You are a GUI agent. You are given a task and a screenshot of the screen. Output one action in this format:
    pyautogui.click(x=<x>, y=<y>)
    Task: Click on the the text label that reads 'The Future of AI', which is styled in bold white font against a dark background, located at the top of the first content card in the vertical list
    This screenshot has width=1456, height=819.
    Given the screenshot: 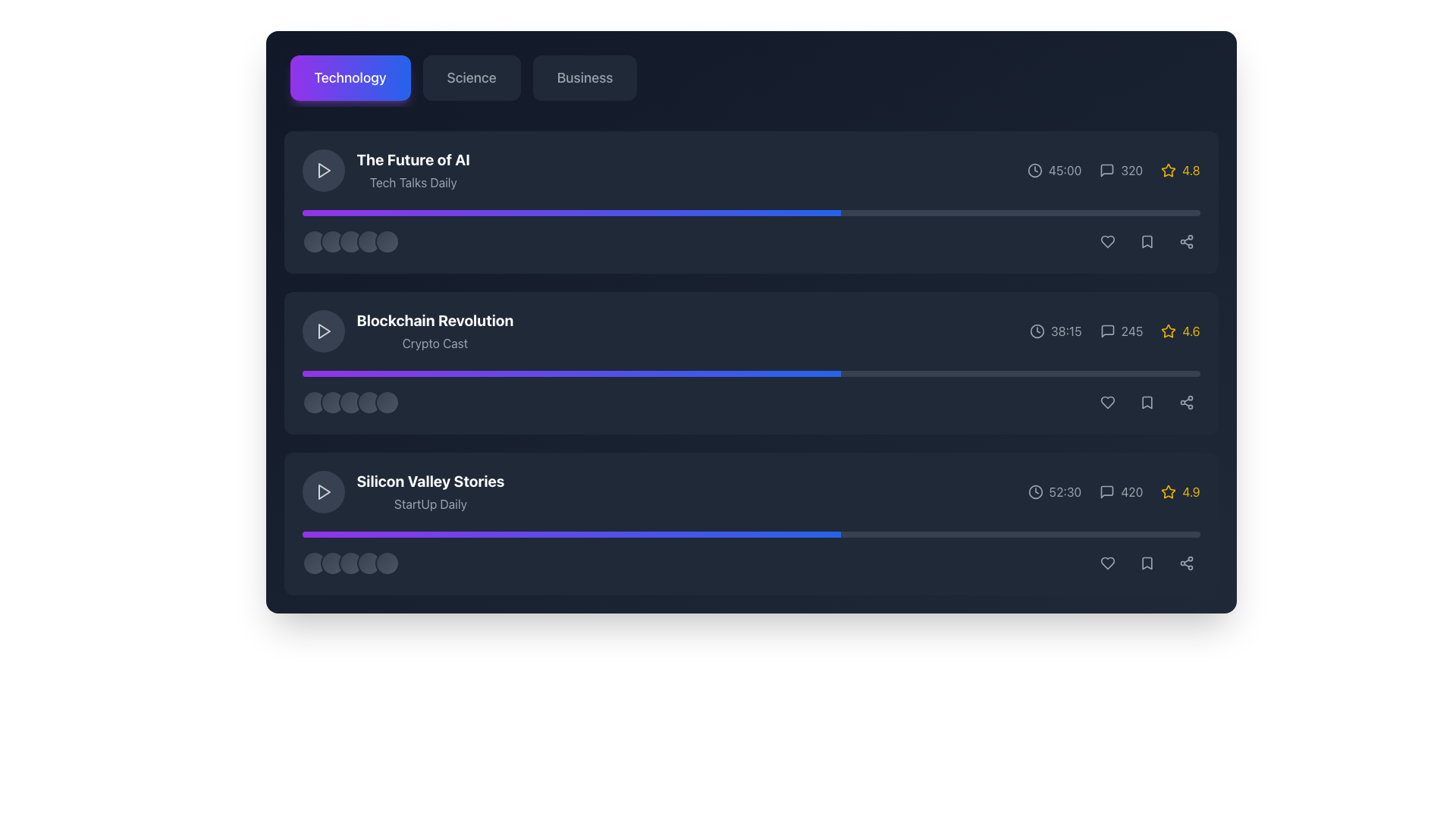 What is the action you would take?
    pyautogui.click(x=413, y=160)
    